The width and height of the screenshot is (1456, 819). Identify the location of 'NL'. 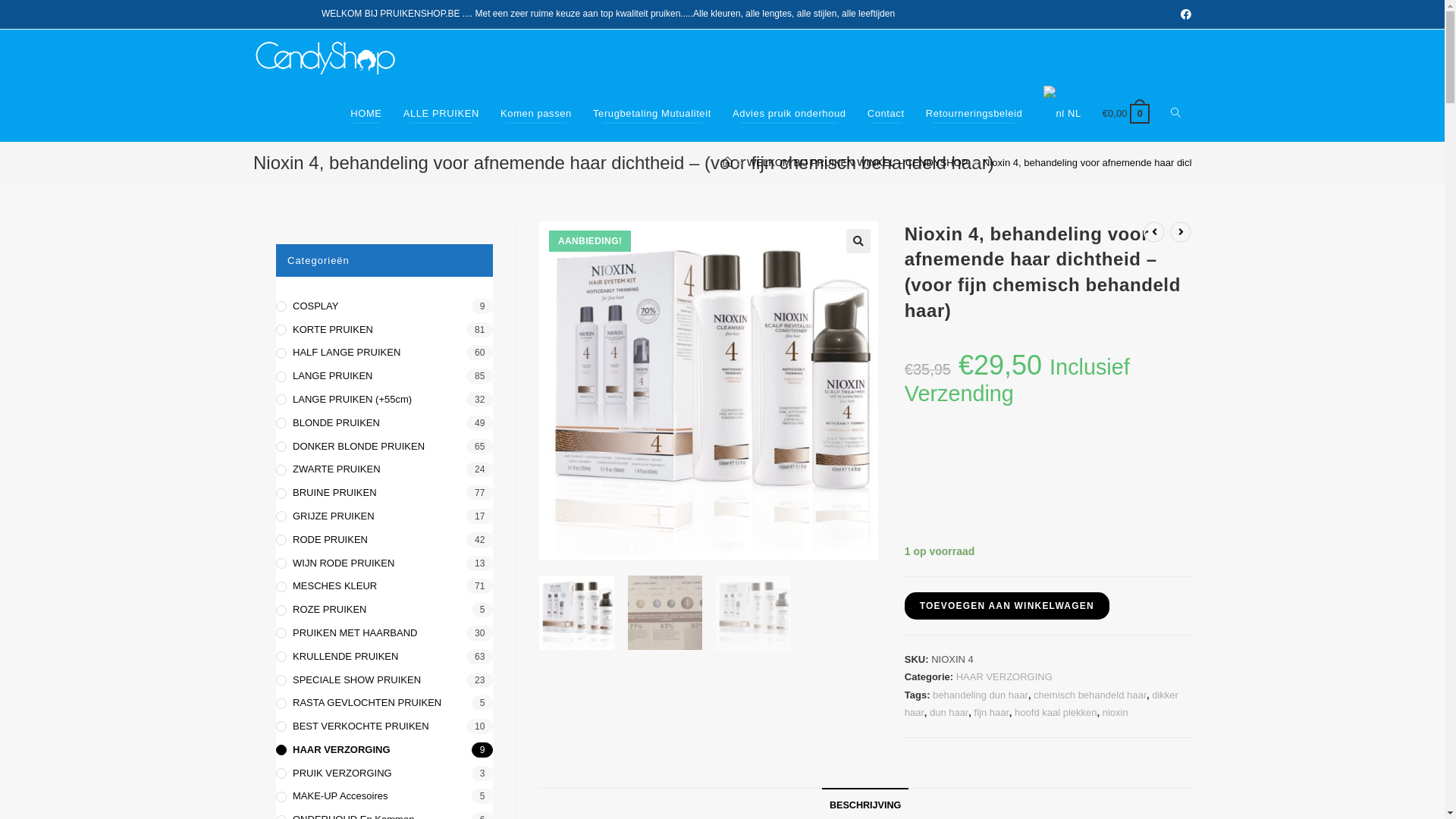
(1061, 113).